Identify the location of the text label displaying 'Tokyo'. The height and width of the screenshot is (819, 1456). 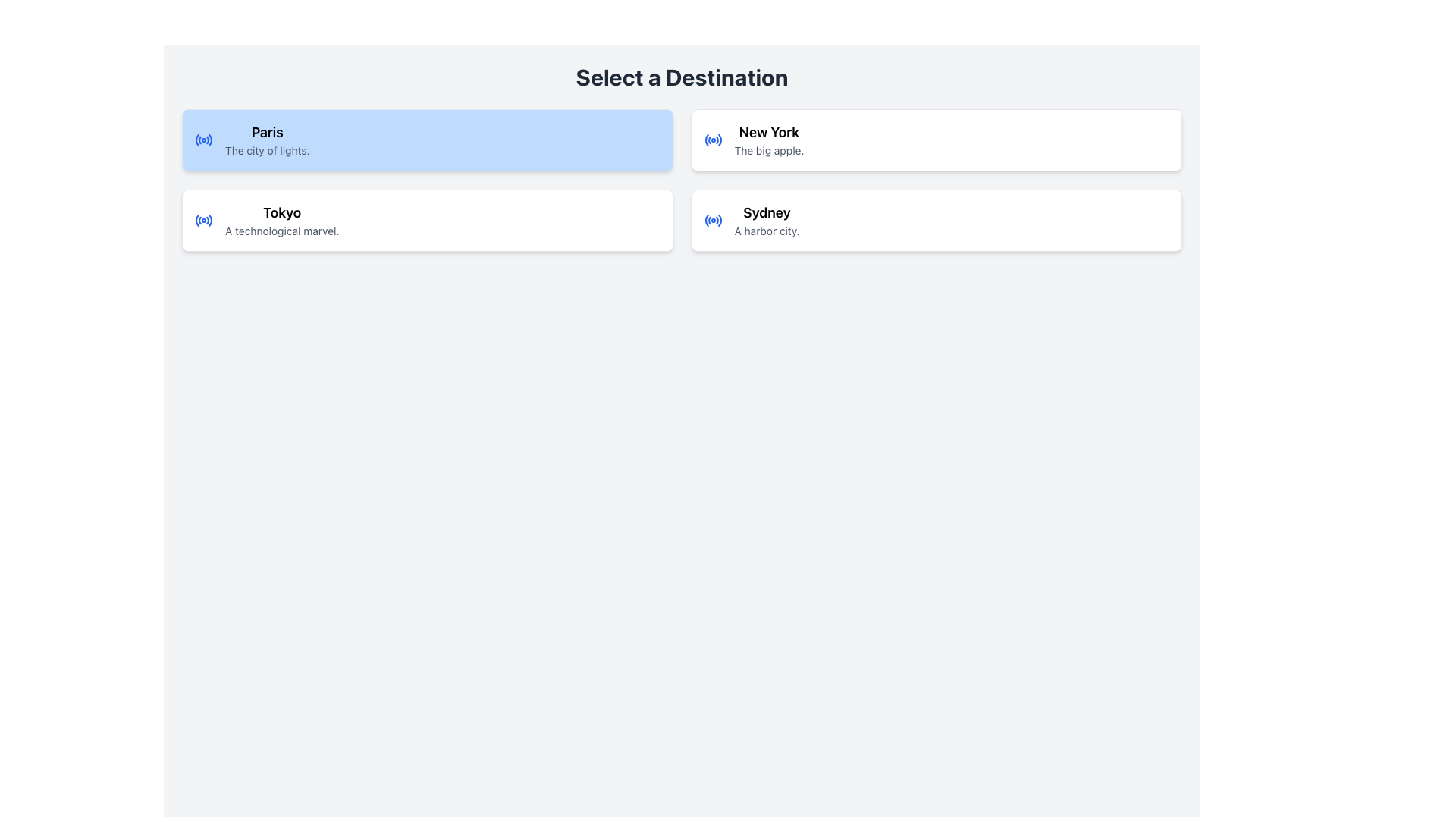
(282, 213).